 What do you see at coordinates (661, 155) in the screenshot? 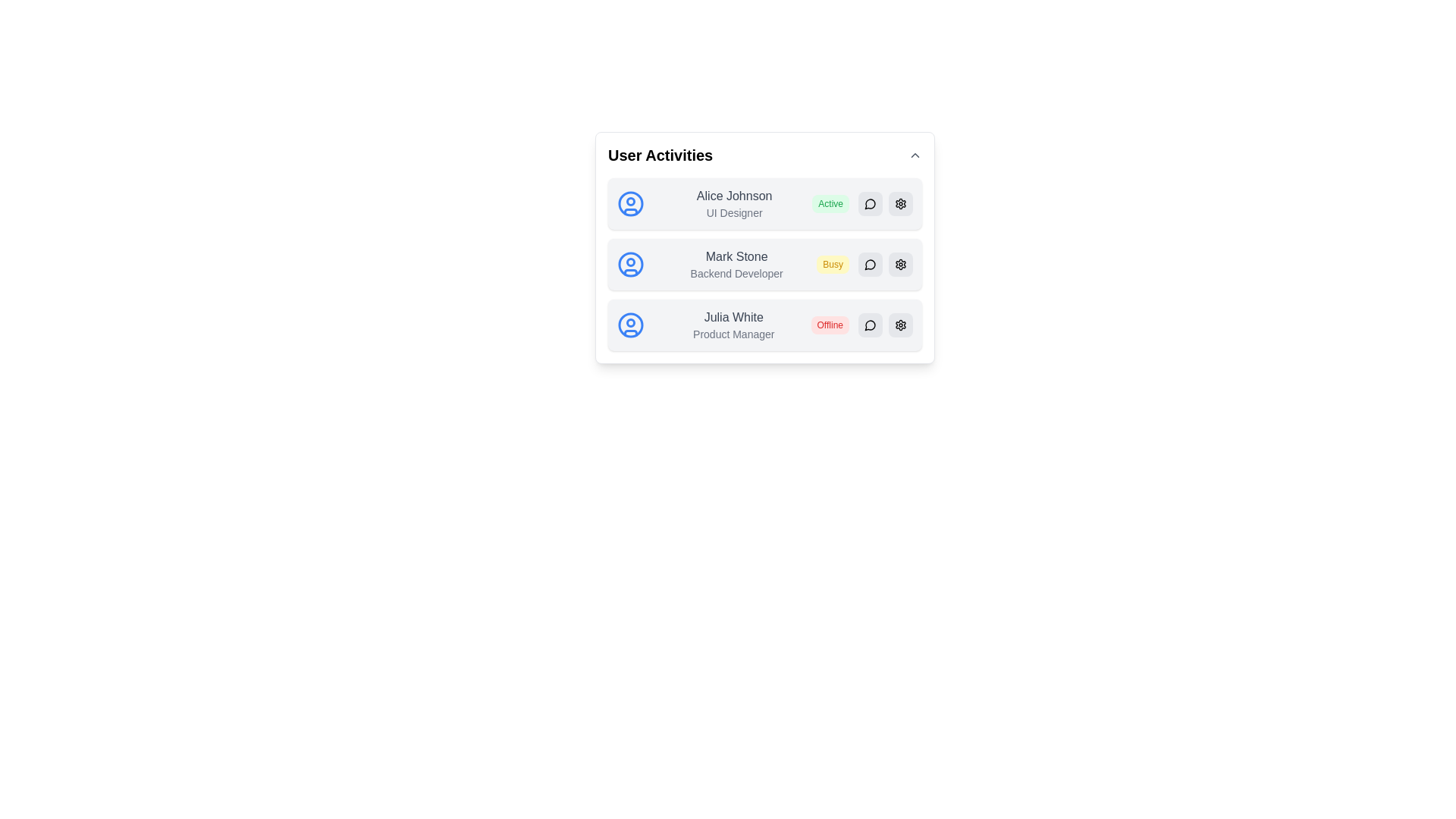
I see `the Text Display element that serves as a title or heading located at the top-left corner of the content card, above the list of user profiles` at bounding box center [661, 155].